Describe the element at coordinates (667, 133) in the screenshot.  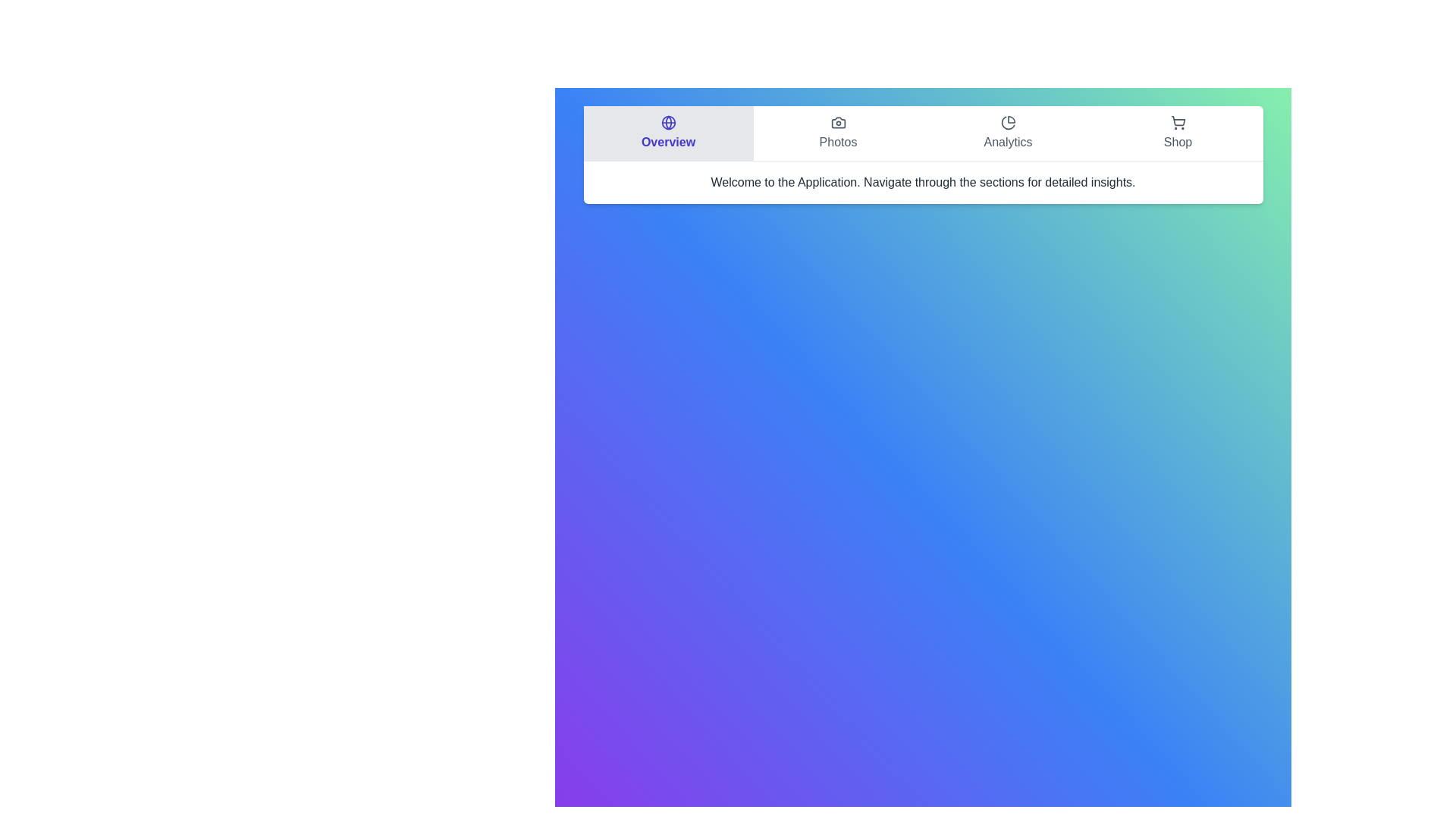
I see `the navigation button that redirects to the overview section of the application` at that location.